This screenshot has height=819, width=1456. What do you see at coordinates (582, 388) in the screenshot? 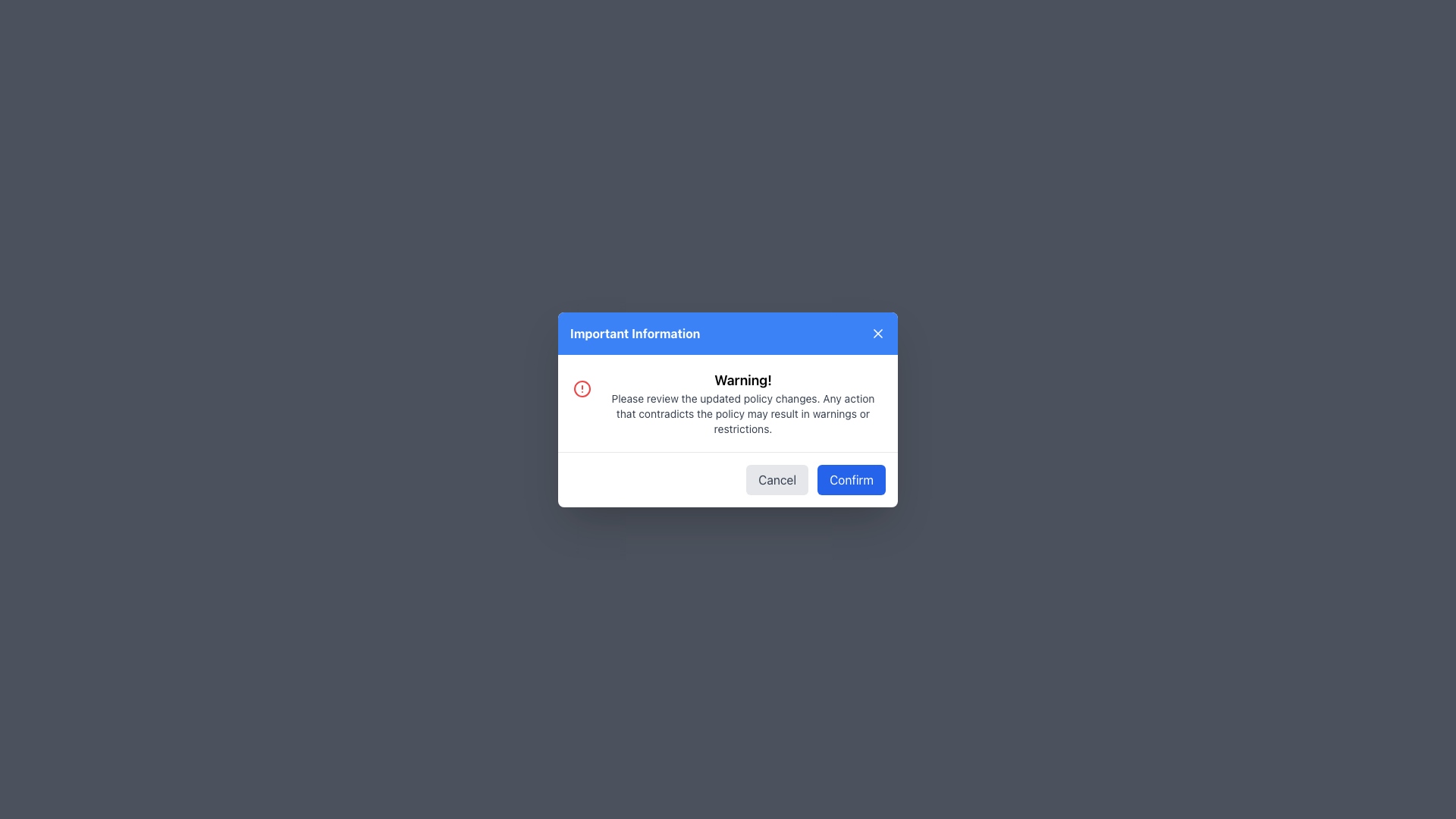
I see `the small circular icon with a red stroke and white fill, which serves as a visual alert and is aligned to the left of the 'Warning!' header in the 'Important Information' modal` at bounding box center [582, 388].